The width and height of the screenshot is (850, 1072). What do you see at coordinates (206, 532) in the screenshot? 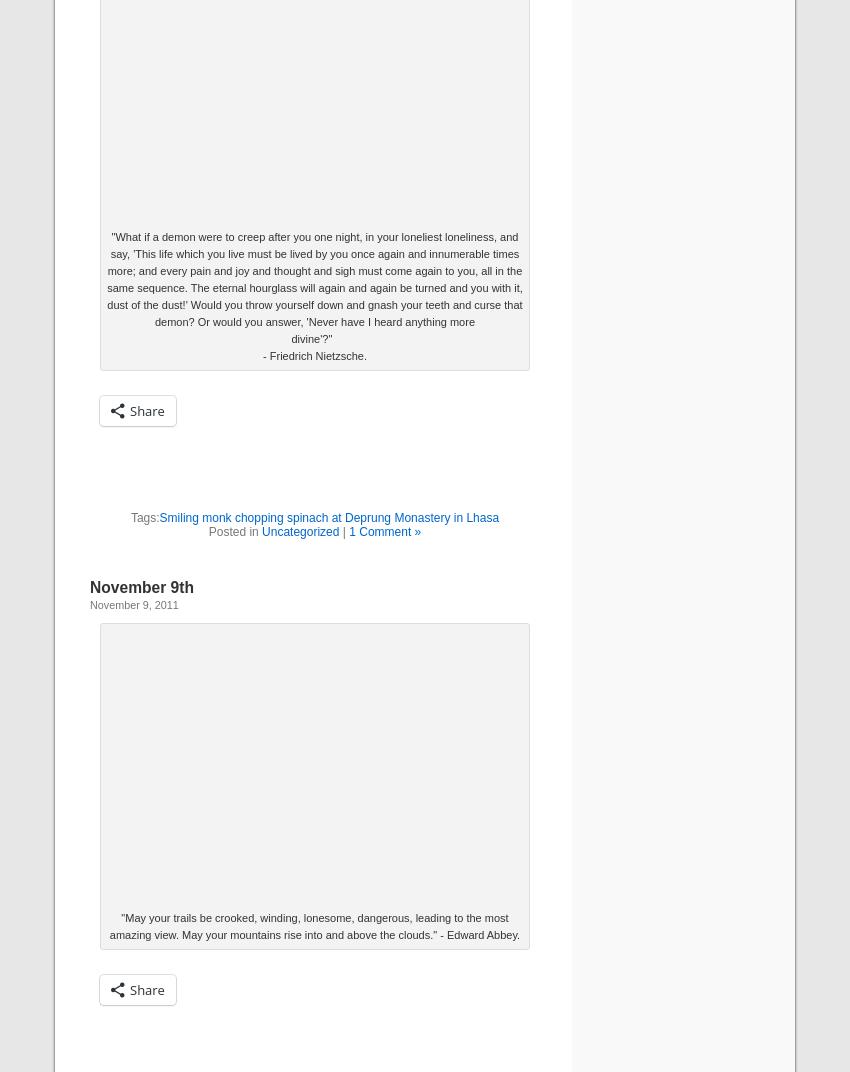
I see `'Posted in'` at bounding box center [206, 532].